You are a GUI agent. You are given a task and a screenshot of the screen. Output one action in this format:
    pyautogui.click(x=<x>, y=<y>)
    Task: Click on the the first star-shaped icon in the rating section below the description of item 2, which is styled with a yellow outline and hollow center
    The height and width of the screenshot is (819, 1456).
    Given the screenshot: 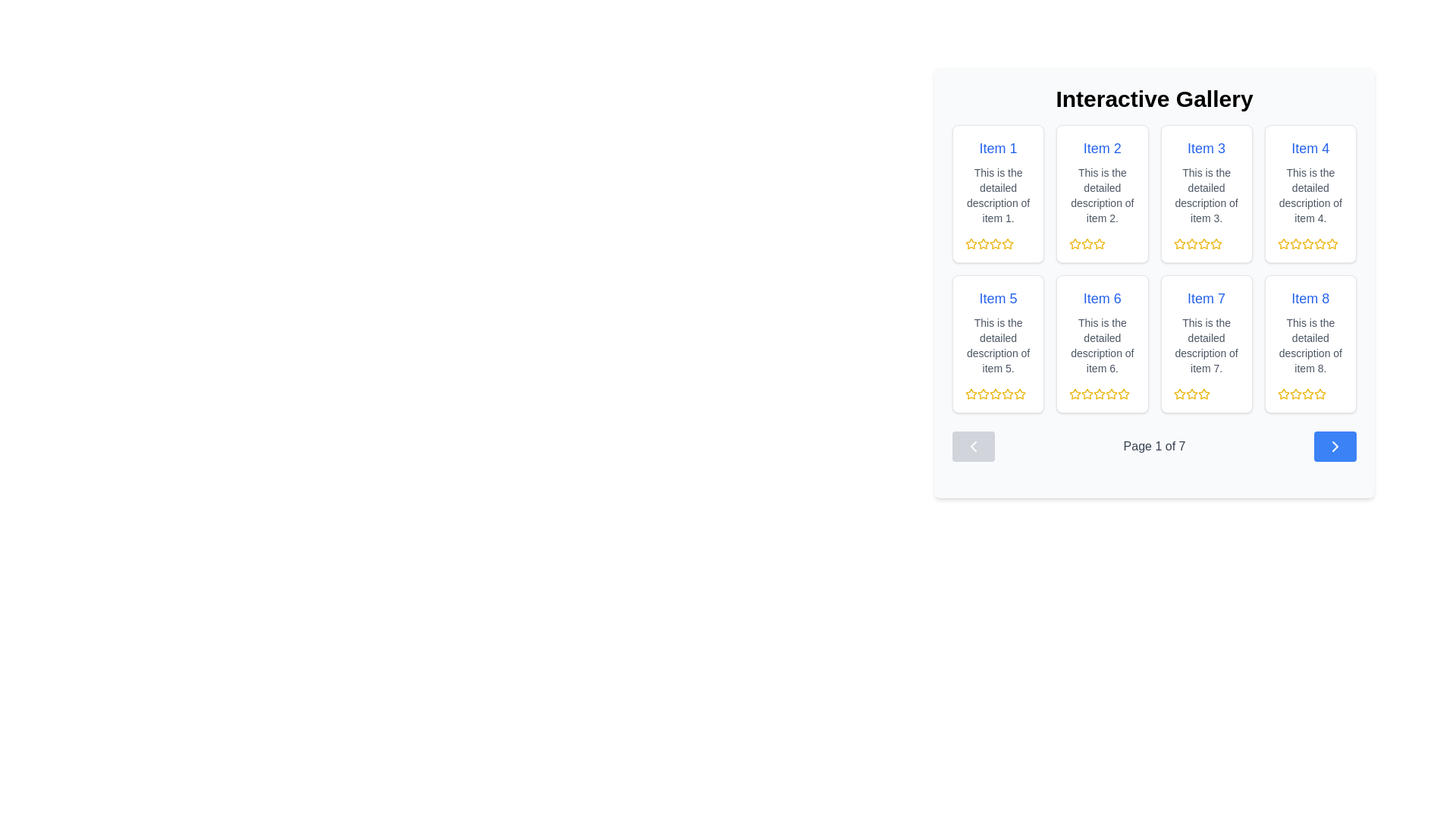 What is the action you would take?
    pyautogui.click(x=1075, y=243)
    